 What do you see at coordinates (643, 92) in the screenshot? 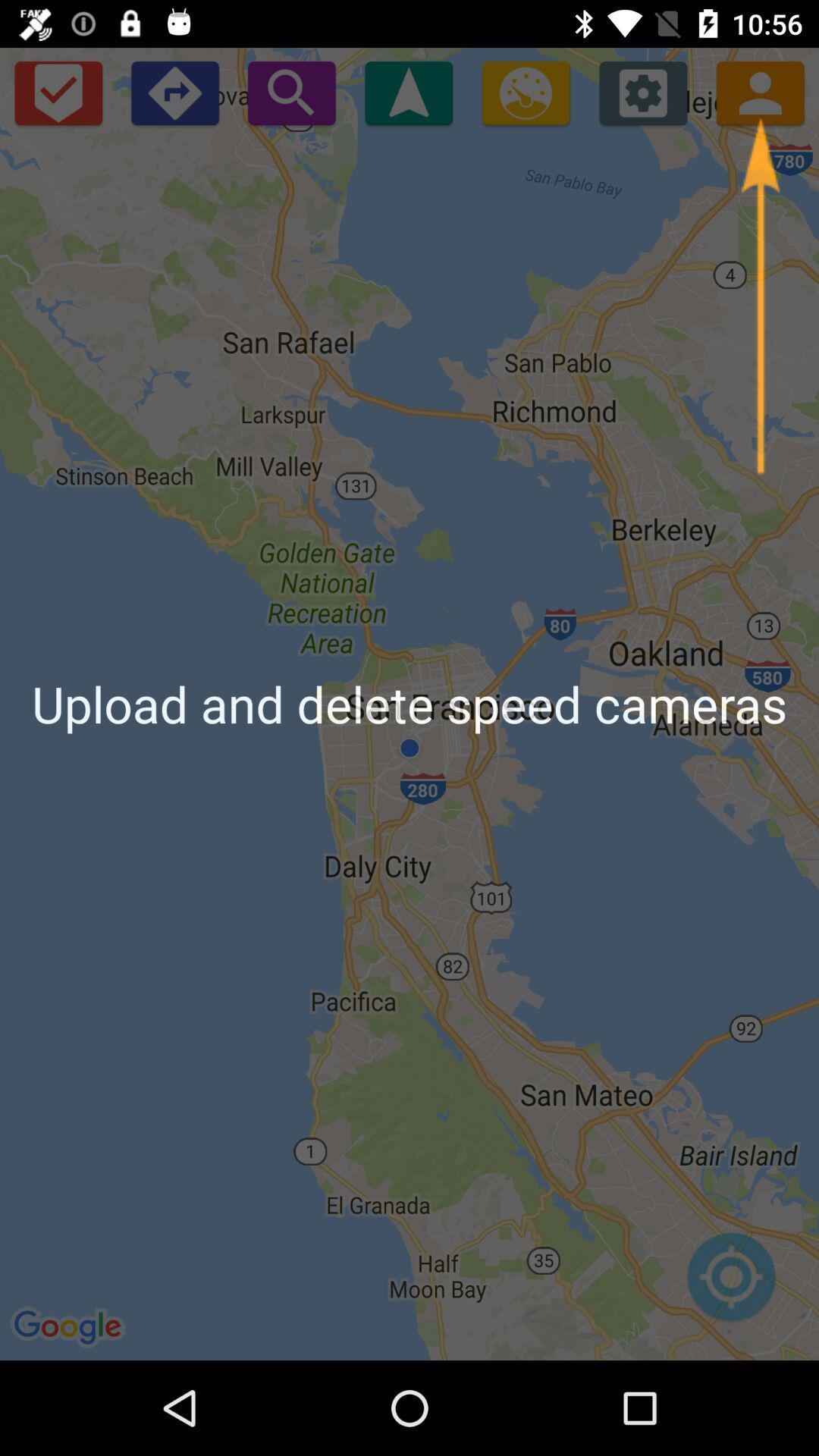
I see `the settings icon` at bounding box center [643, 92].